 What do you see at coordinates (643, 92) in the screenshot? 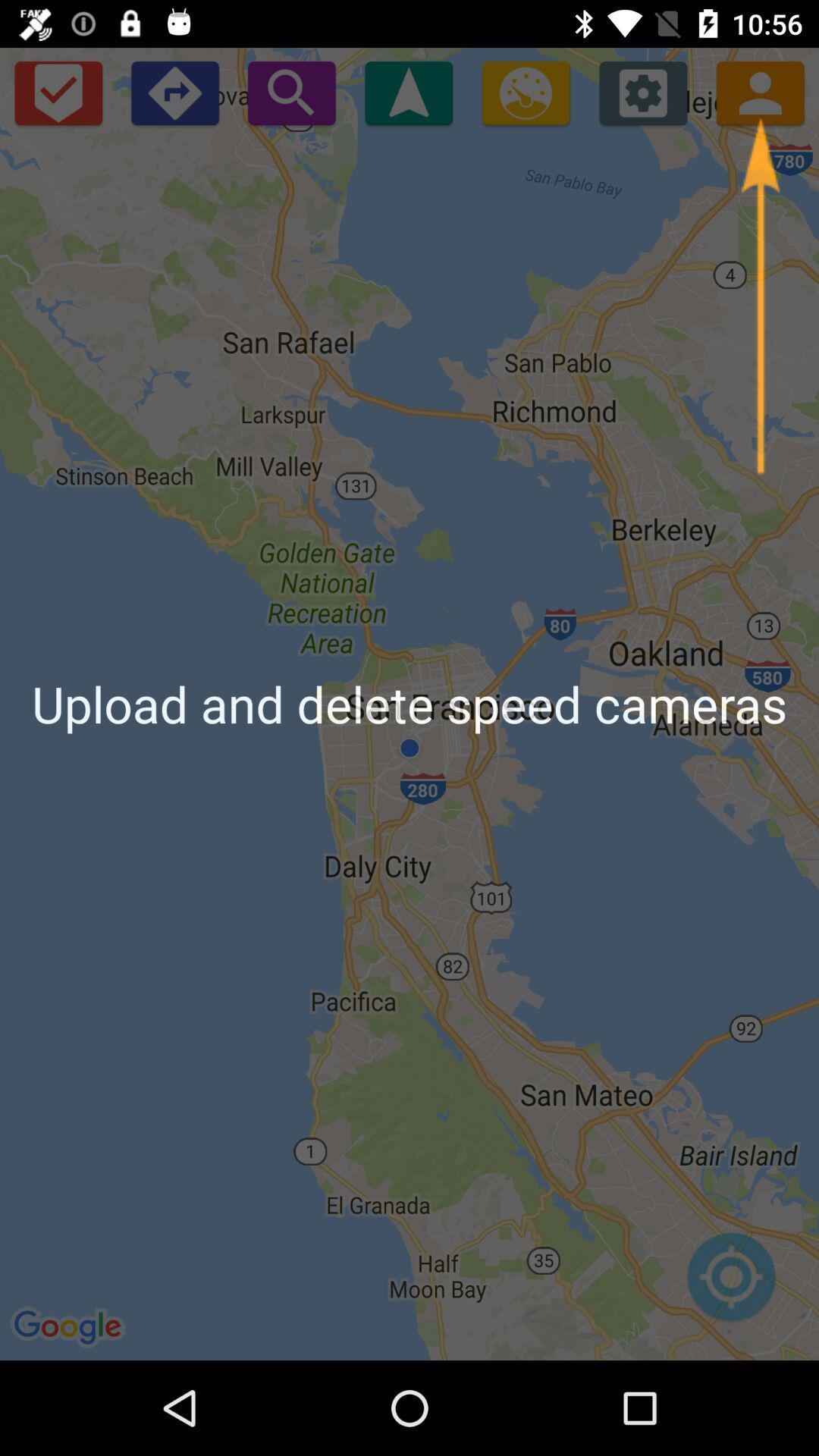
I see `the settings icon` at bounding box center [643, 92].